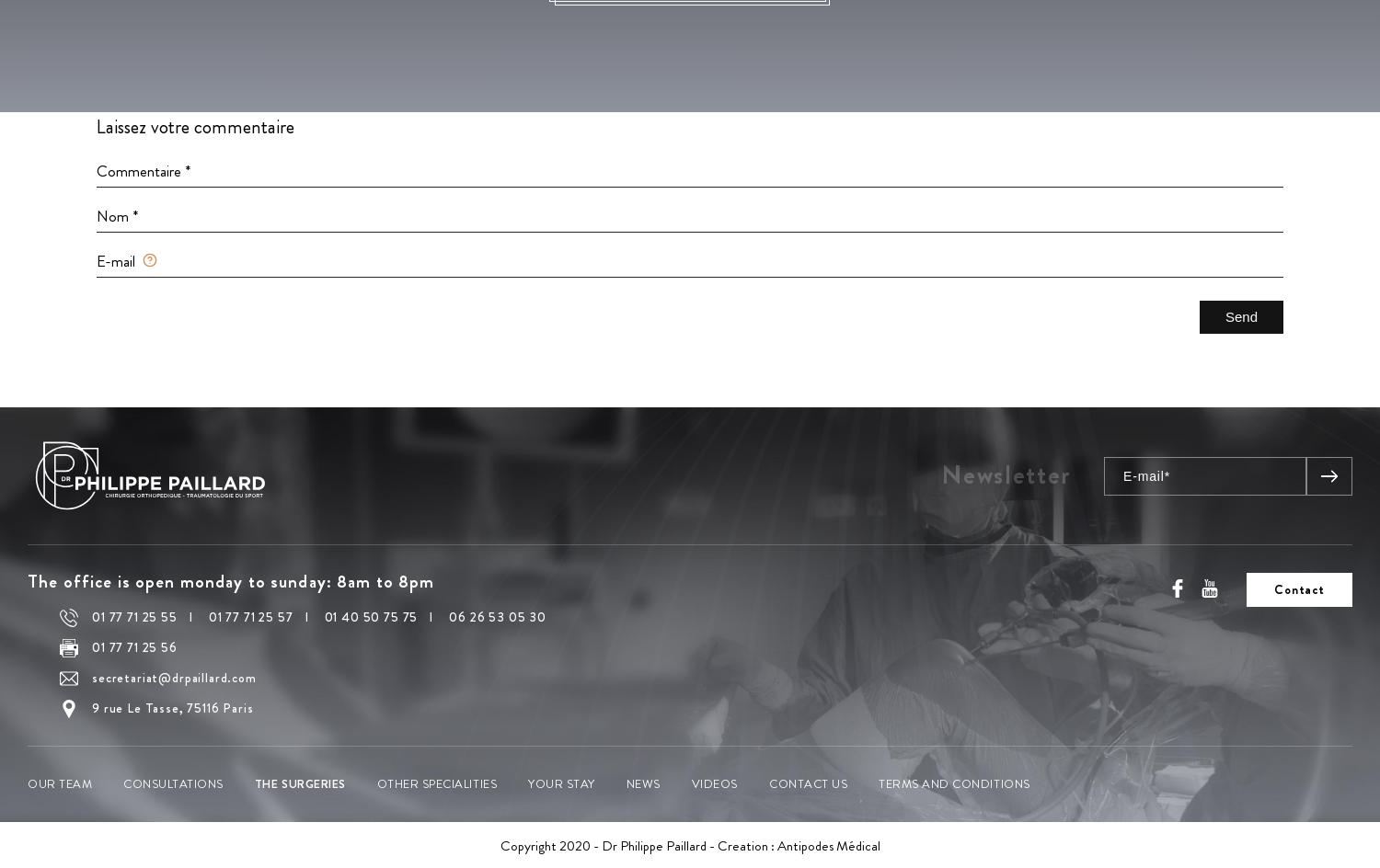 Image resolution: width=1380 pixels, height=868 pixels. Describe the element at coordinates (249, 615) in the screenshot. I see `'01 77 71 25 57'` at that location.